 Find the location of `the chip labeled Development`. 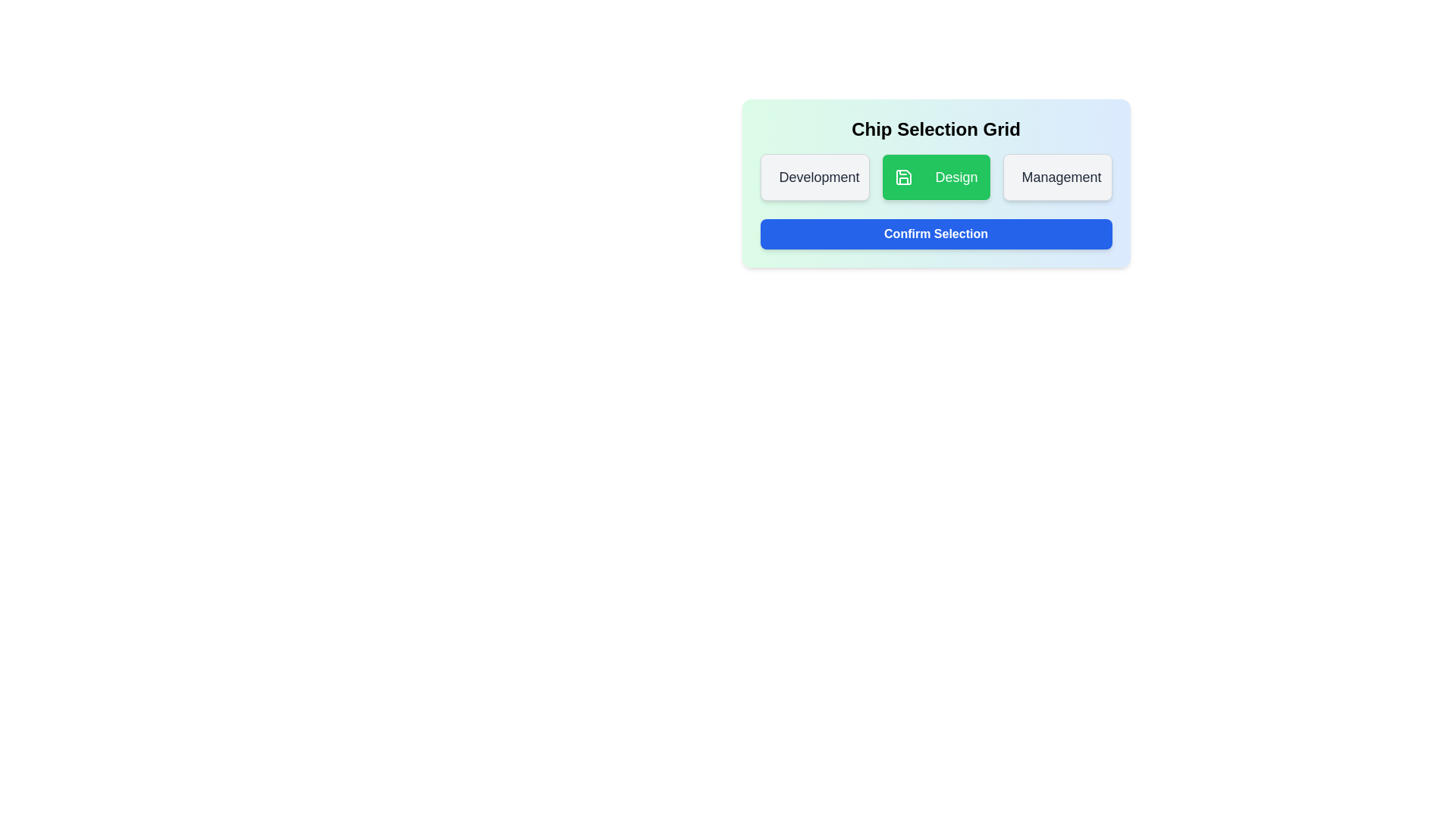

the chip labeled Development is located at coordinates (814, 177).